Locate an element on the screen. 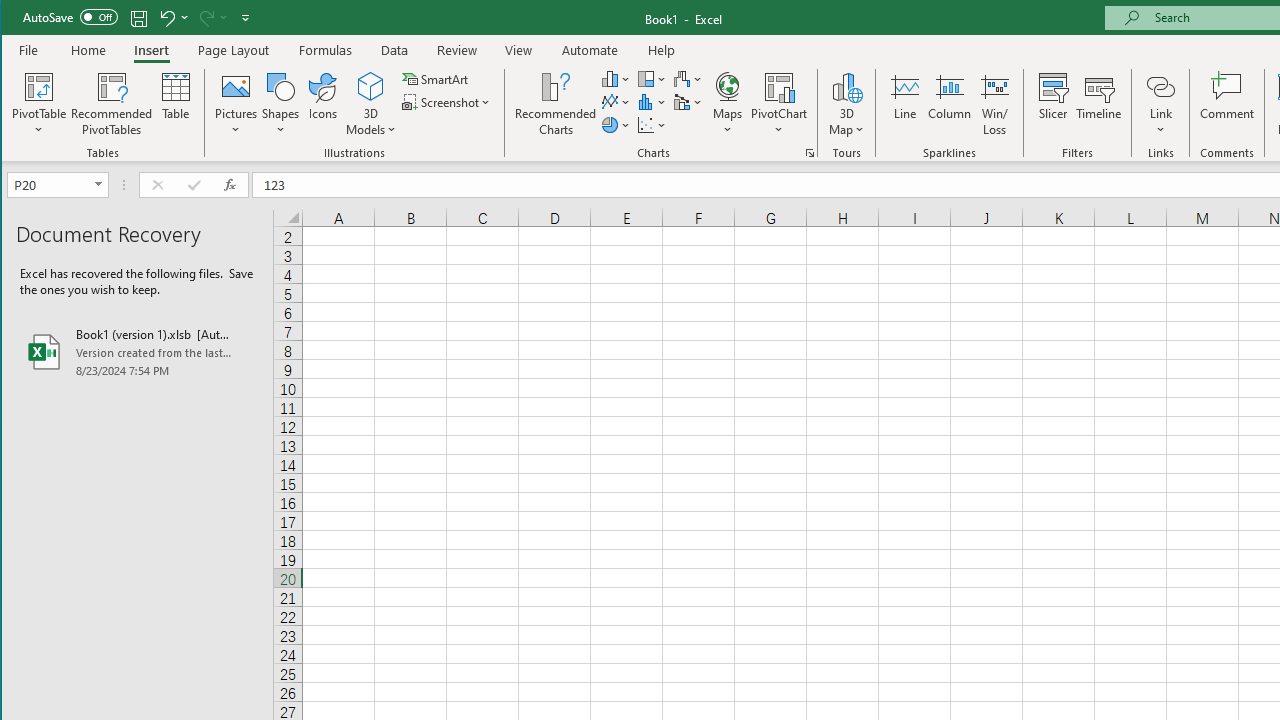 This screenshot has width=1280, height=720. 'PivotChart' is located at coordinates (778, 104).